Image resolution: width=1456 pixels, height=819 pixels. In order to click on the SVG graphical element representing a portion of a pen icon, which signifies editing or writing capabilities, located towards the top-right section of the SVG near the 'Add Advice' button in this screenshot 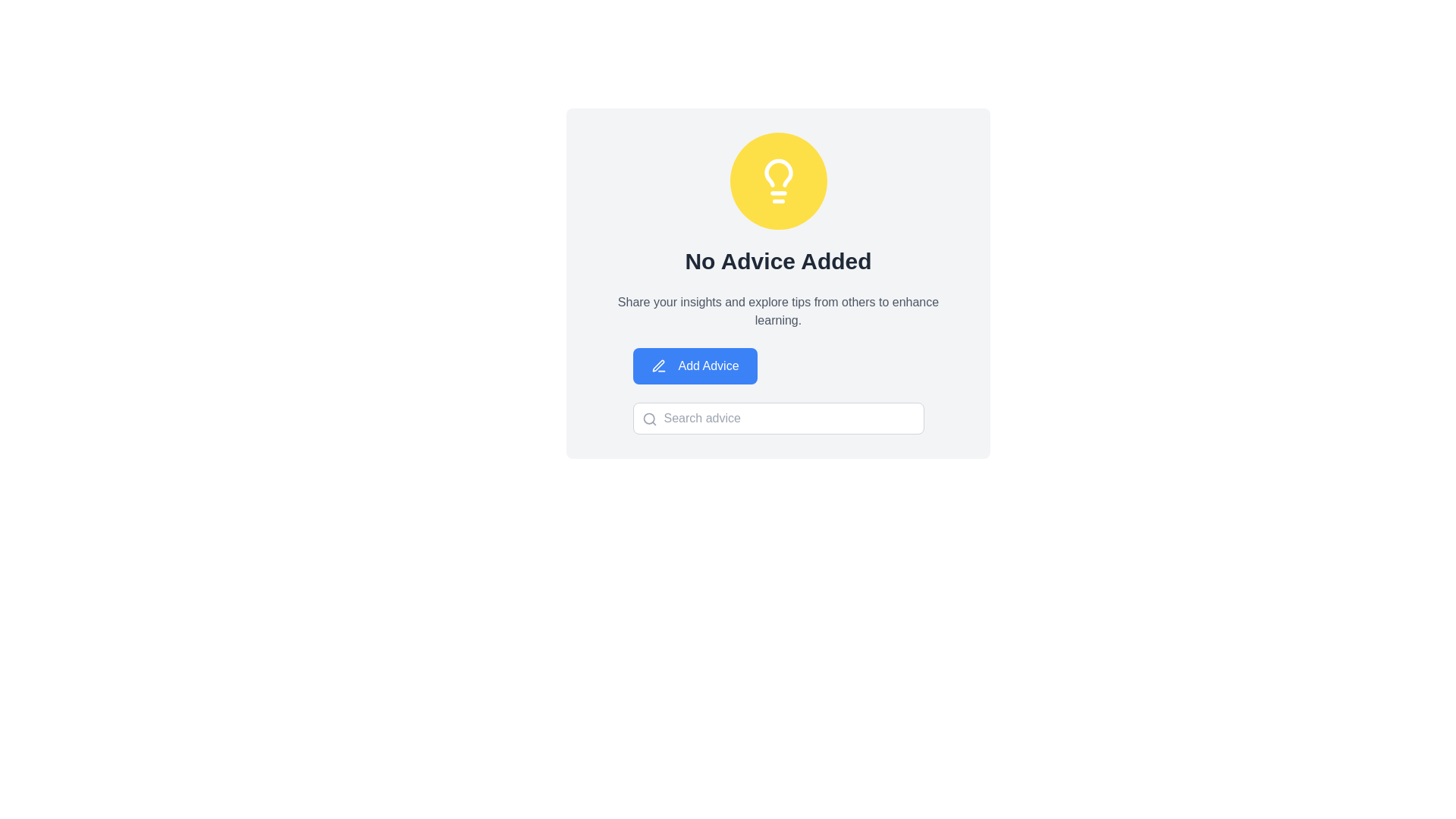, I will do `click(658, 366)`.